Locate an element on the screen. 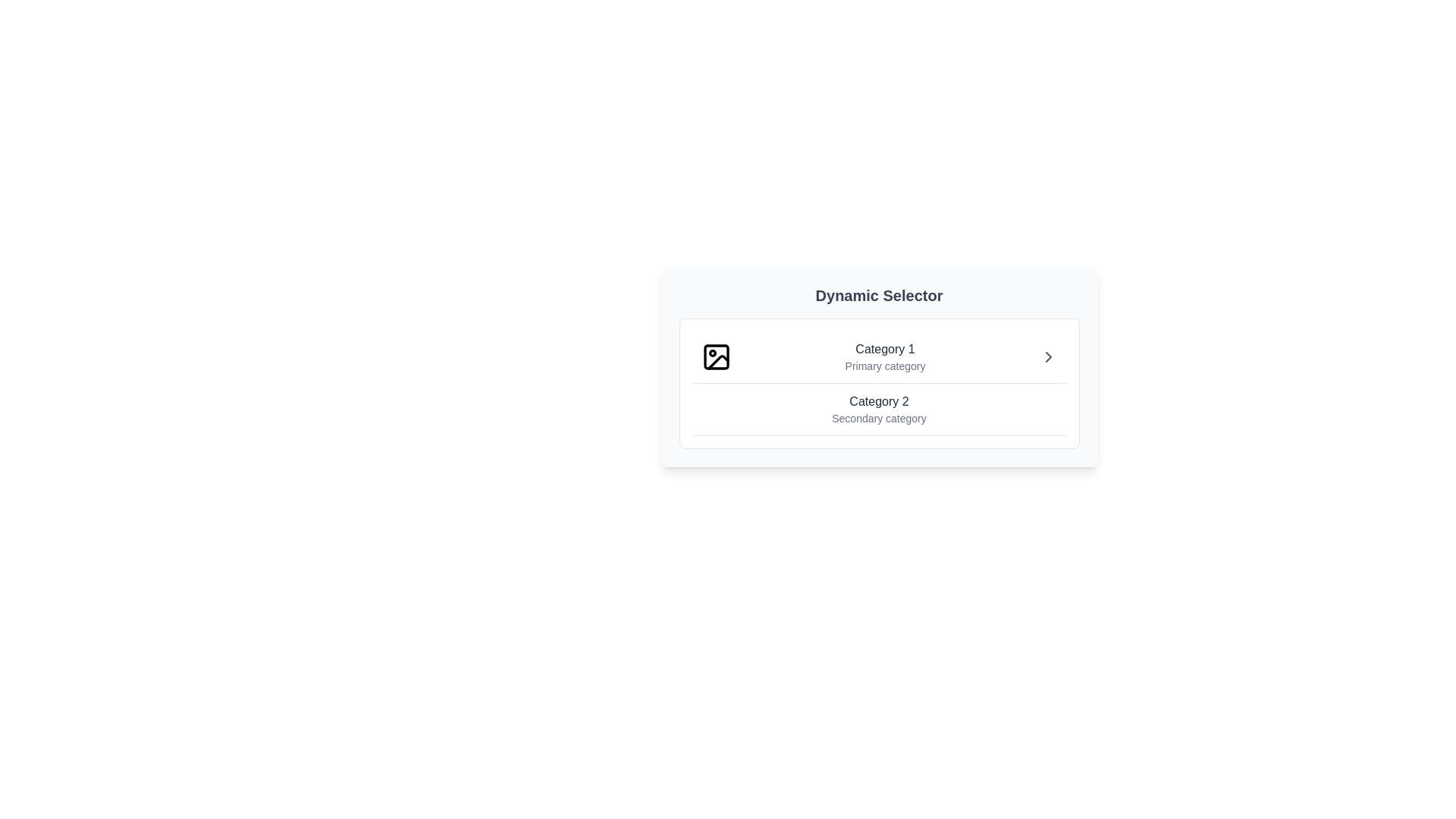 The height and width of the screenshot is (819, 1456). the first row of the interactive list item with an icon and text details is located at coordinates (879, 357).